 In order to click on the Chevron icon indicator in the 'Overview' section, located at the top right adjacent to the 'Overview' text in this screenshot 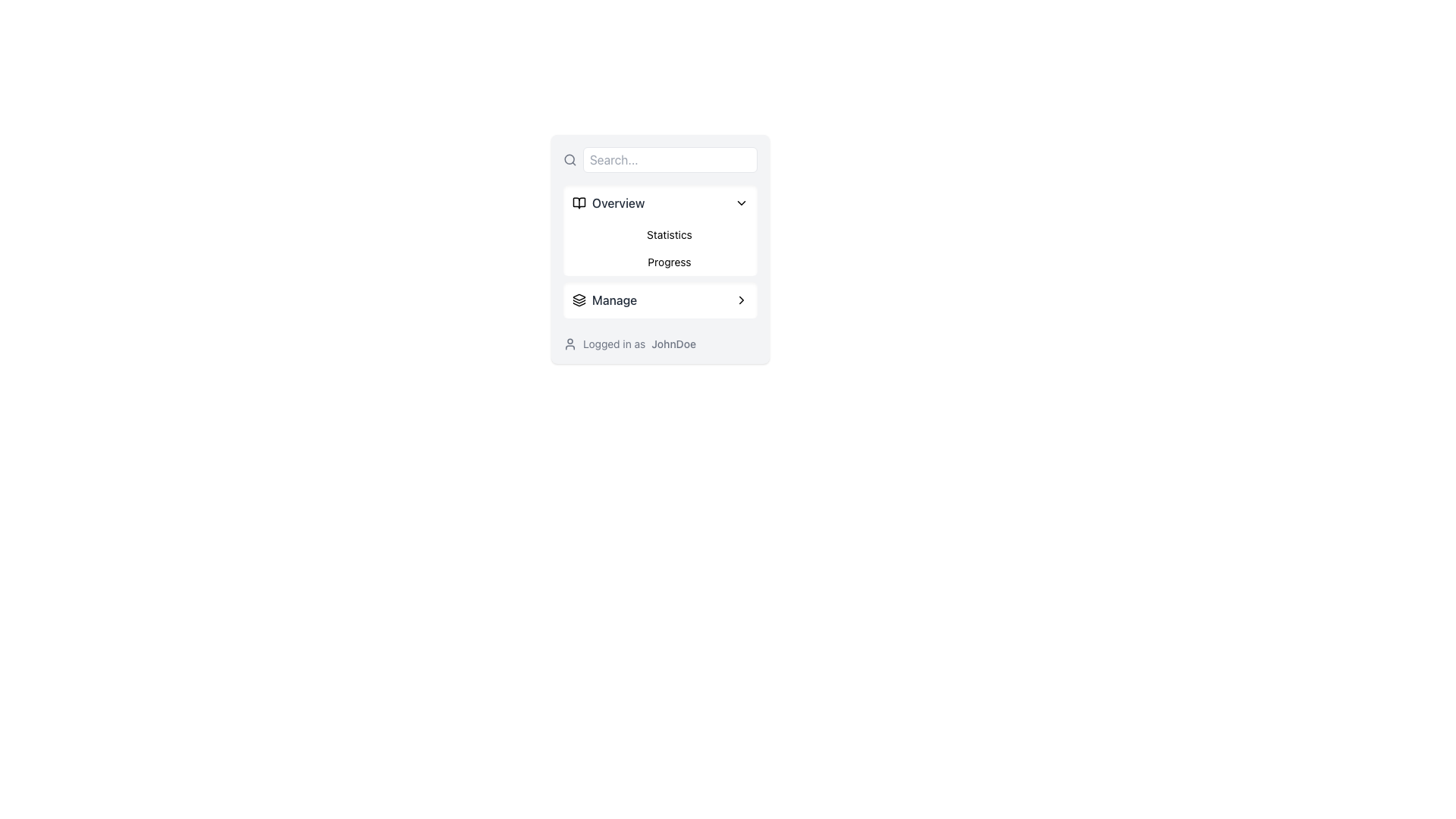, I will do `click(742, 202)`.